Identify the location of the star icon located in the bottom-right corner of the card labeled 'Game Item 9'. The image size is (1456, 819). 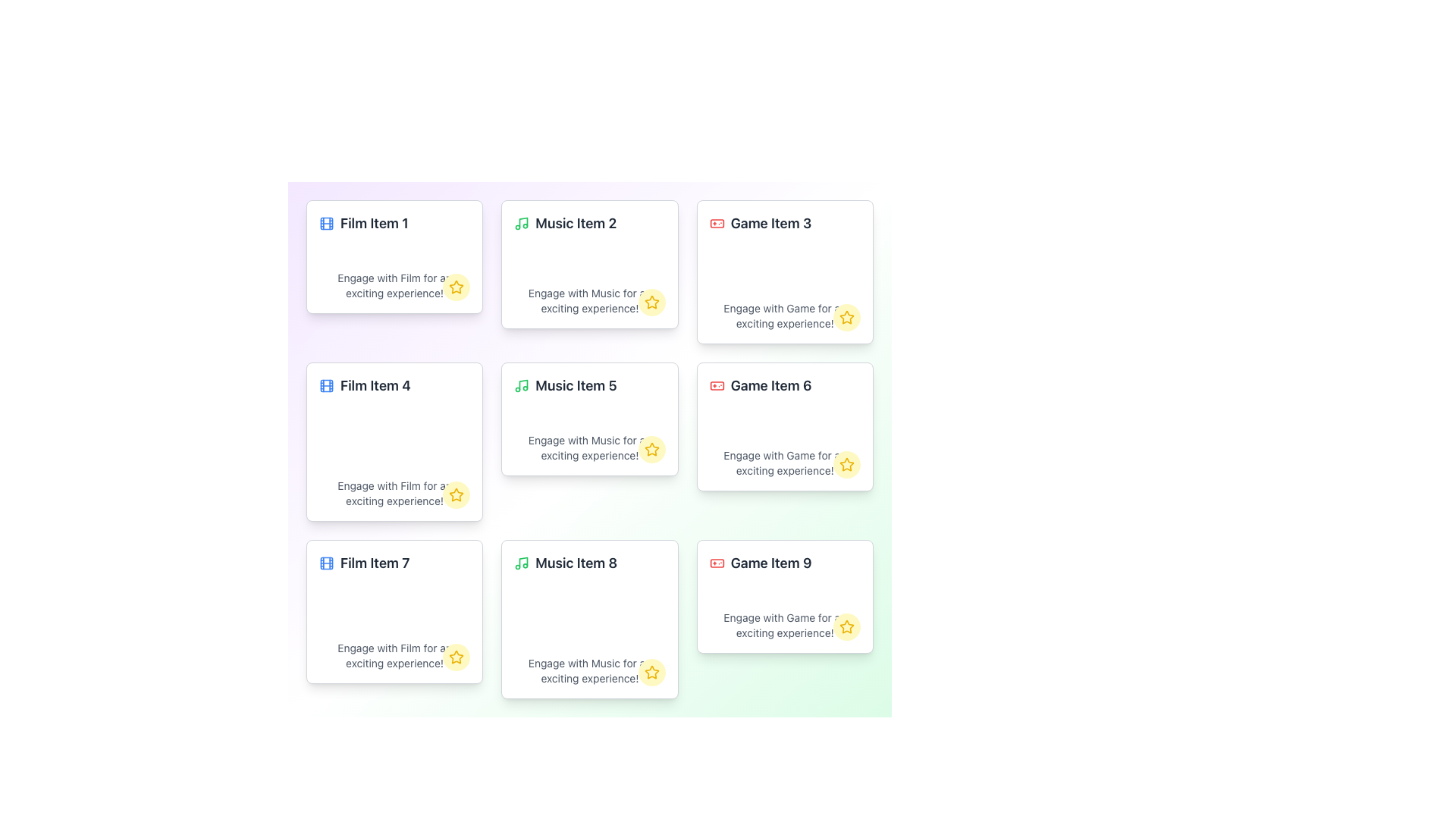
(846, 626).